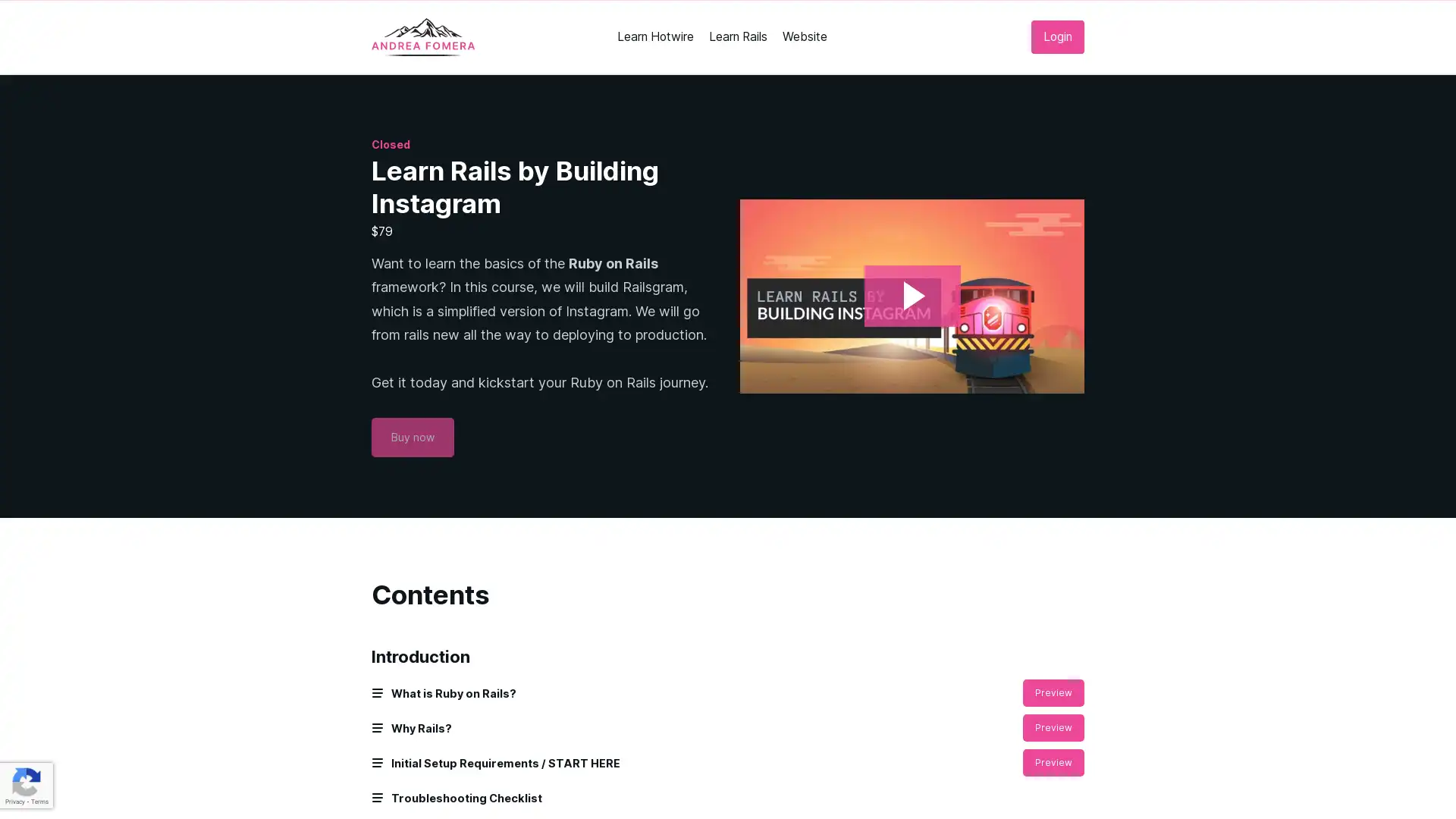 The image size is (1456, 819). What do you see at coordinates (911, 295) in the screenshot?
I see `Play` at bounding box center [911, 295].